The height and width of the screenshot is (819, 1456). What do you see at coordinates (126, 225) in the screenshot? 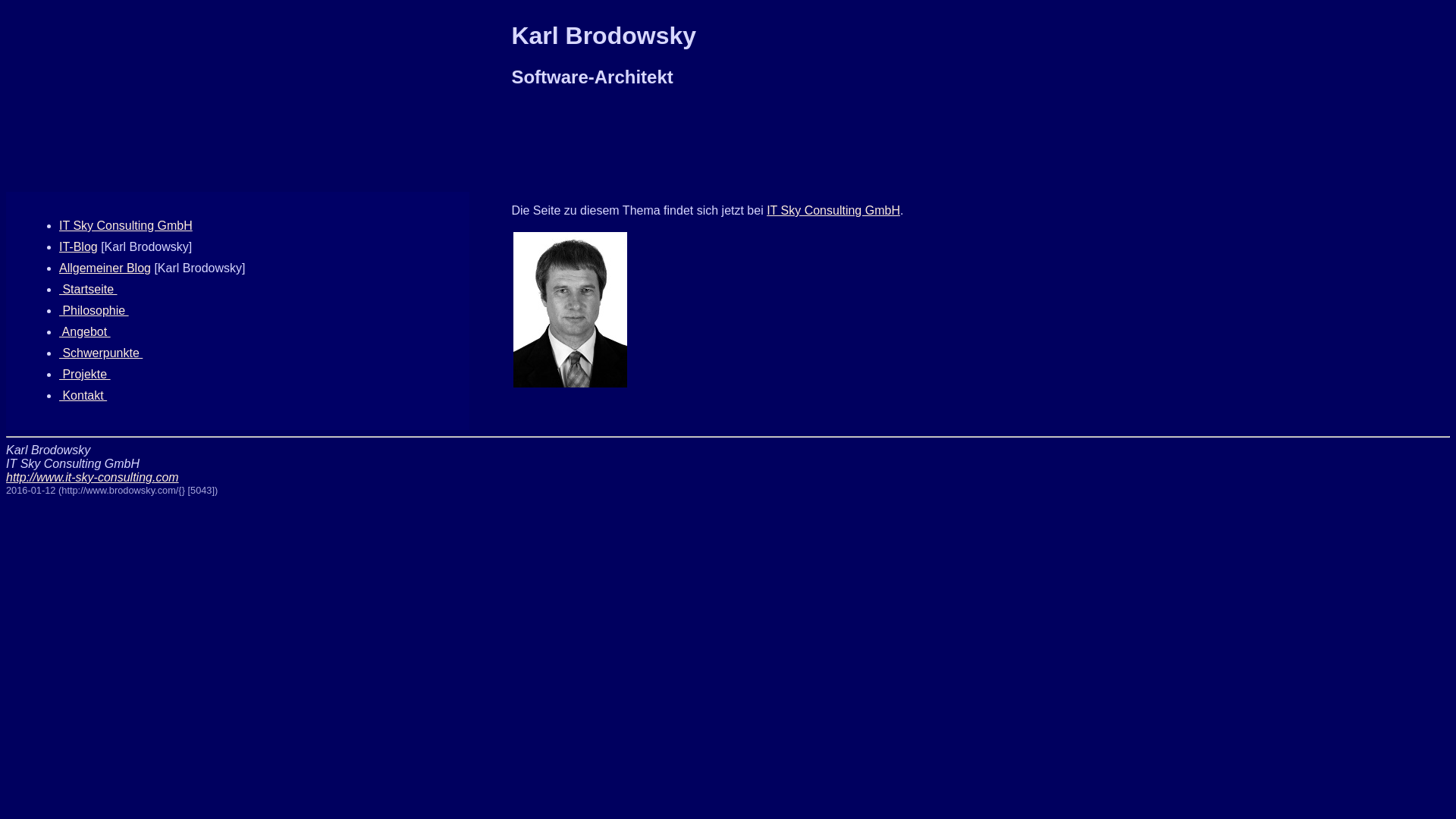
I see `'IT Sky Consulting GmbH'` at bounding box center [126, 225].